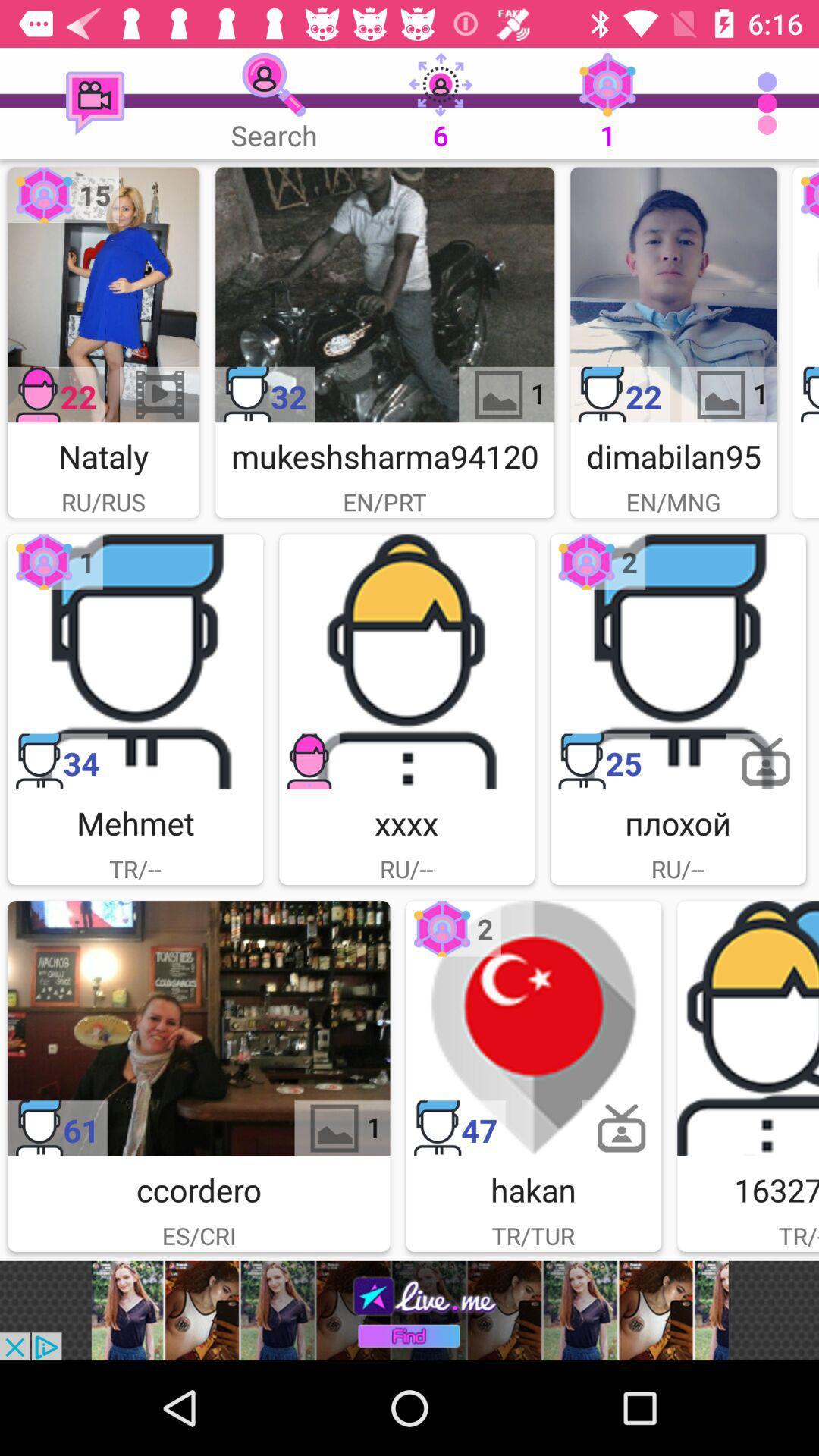 Image resolution: width=819 pixels, height=1456 pixels. What do you see at coordinates (102, 294) in the screenshot?
I see `video chat person` at bounding box center [102, 294].